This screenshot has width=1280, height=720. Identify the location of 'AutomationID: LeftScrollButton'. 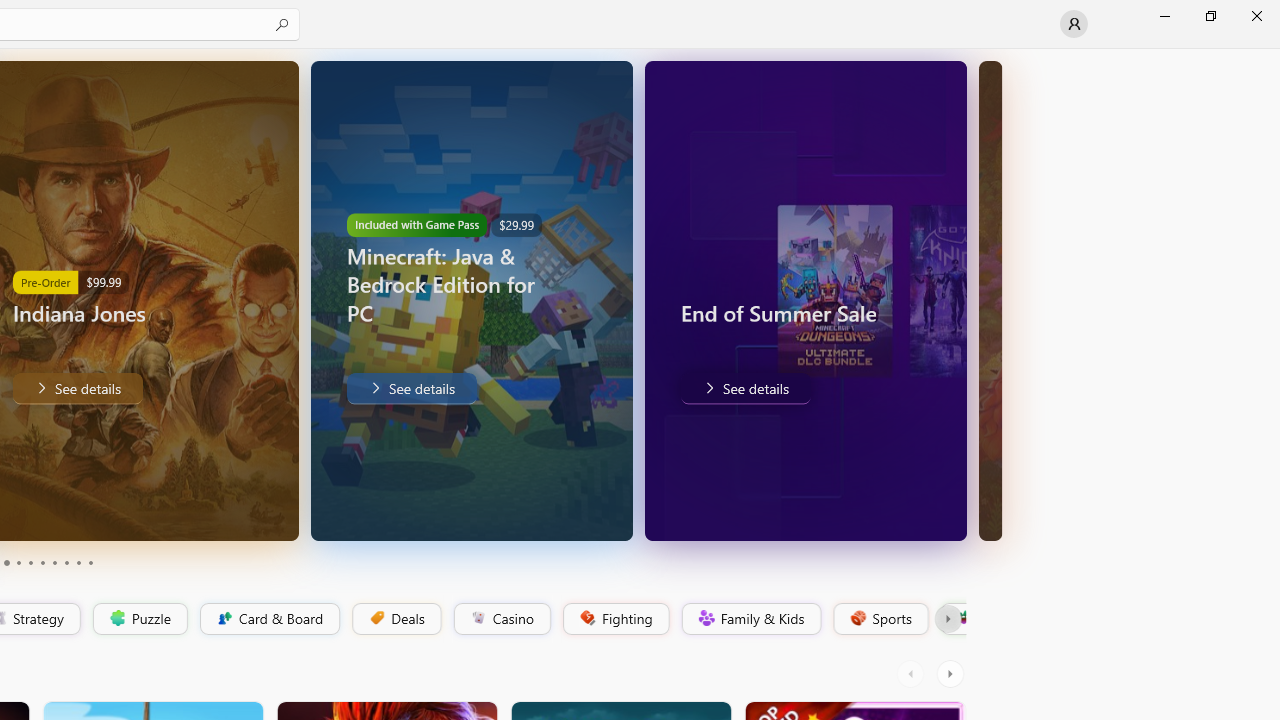
(912, 673).